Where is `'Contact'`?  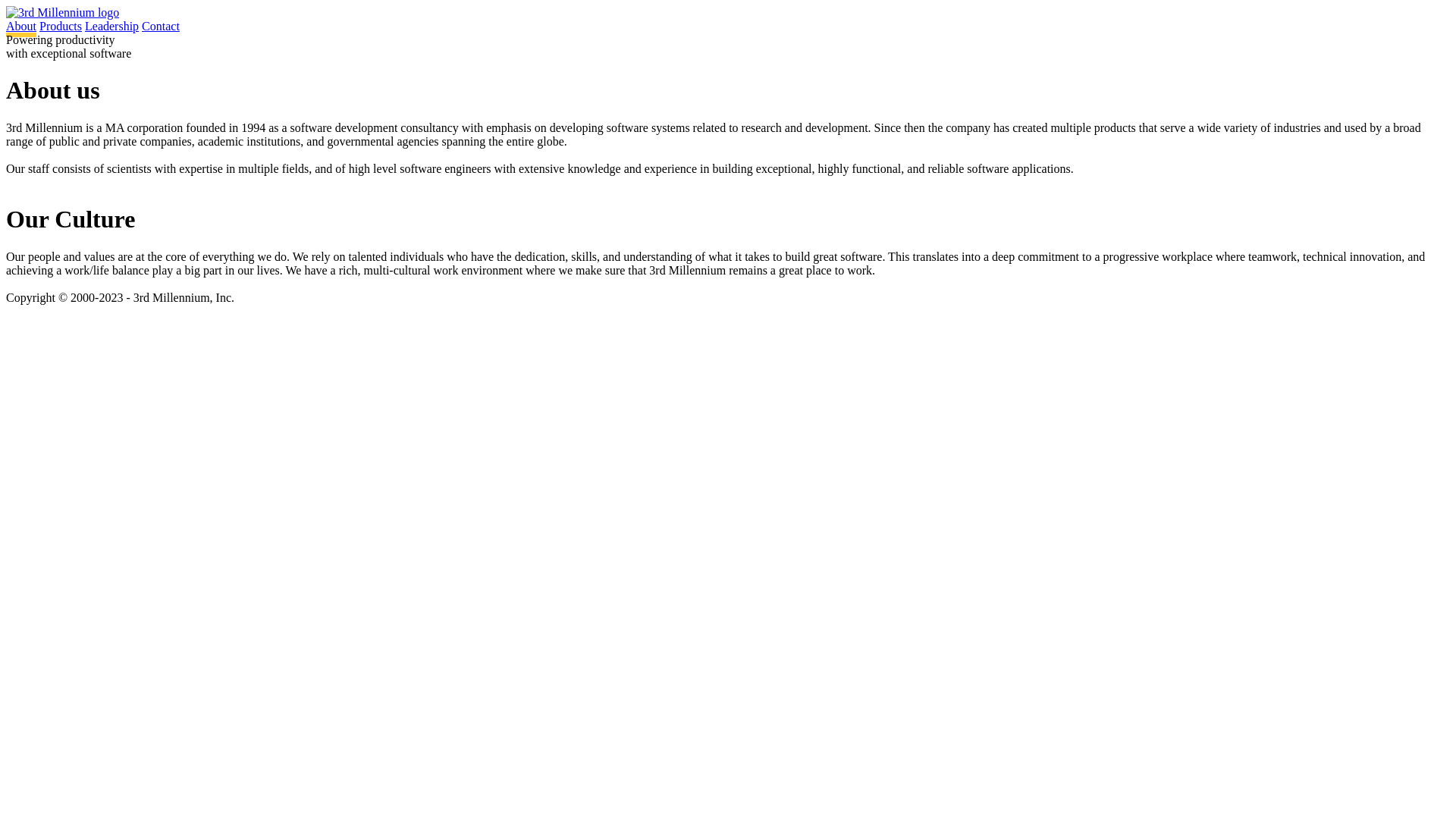
'Contact' is located at coordinates (160, 26).